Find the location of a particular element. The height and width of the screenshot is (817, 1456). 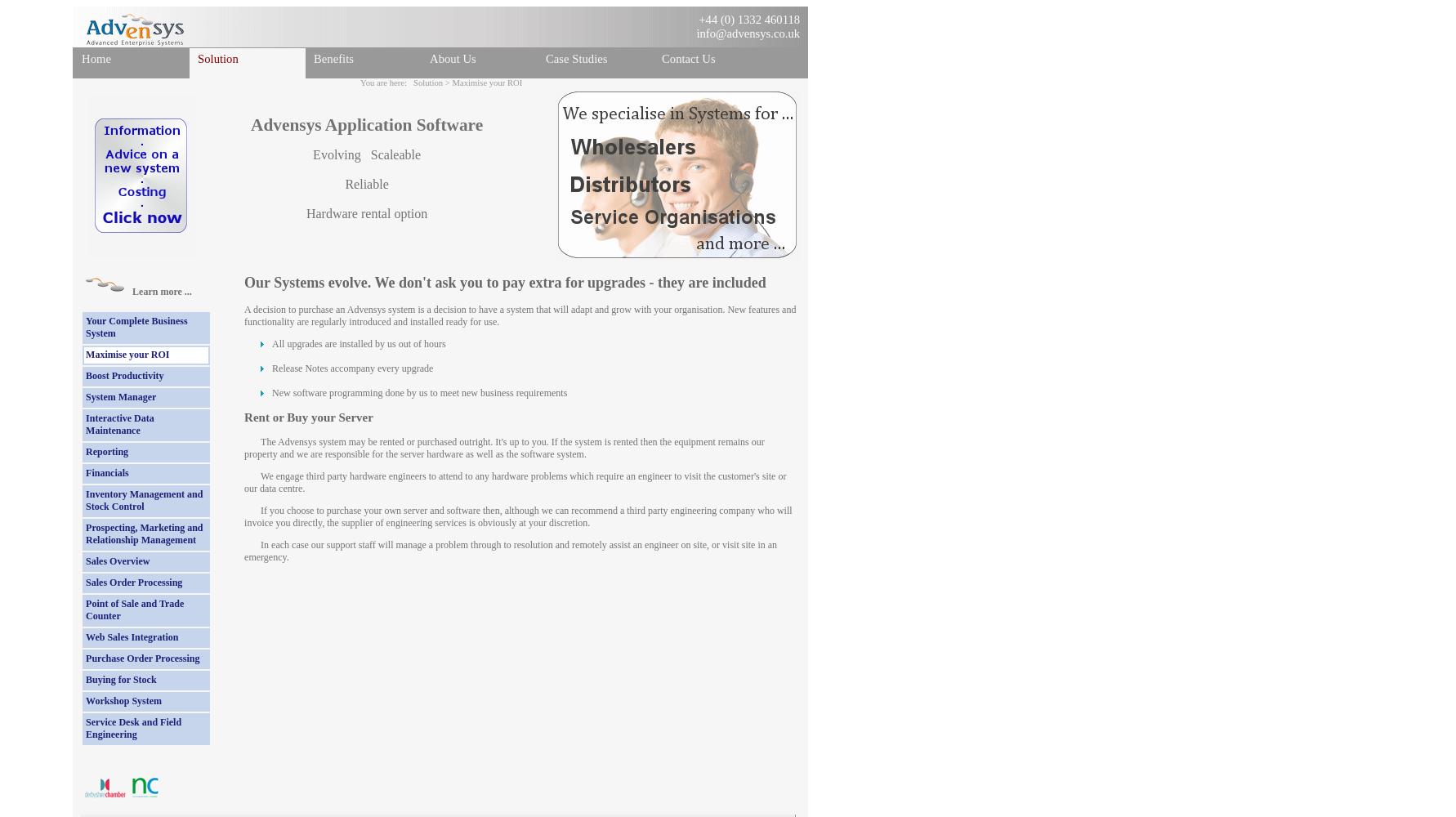

'Advensys Application Software' is located at coordinates (366, 125).